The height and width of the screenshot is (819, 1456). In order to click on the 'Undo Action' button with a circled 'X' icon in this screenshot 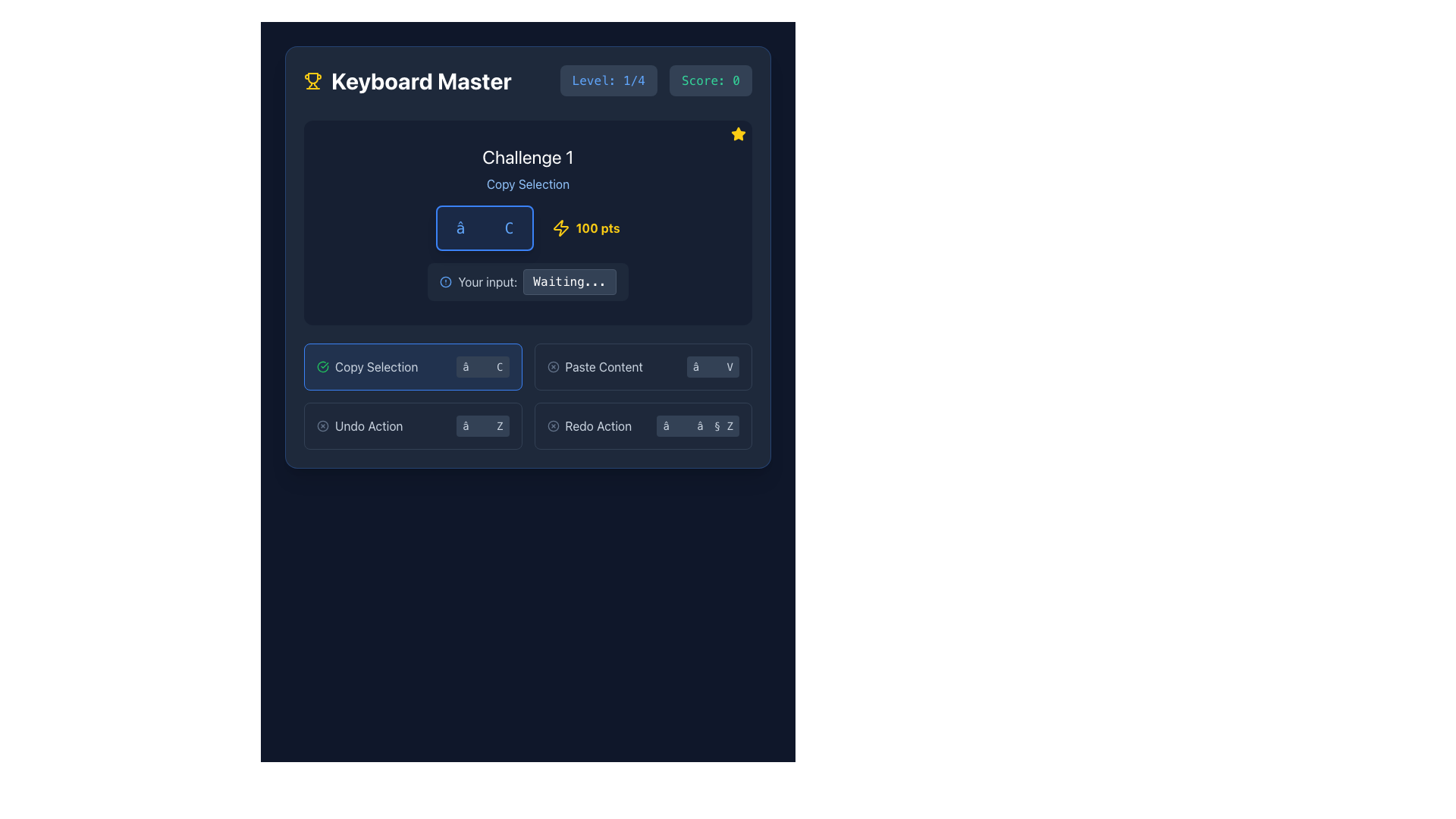, I will do `click(359, 426)`.